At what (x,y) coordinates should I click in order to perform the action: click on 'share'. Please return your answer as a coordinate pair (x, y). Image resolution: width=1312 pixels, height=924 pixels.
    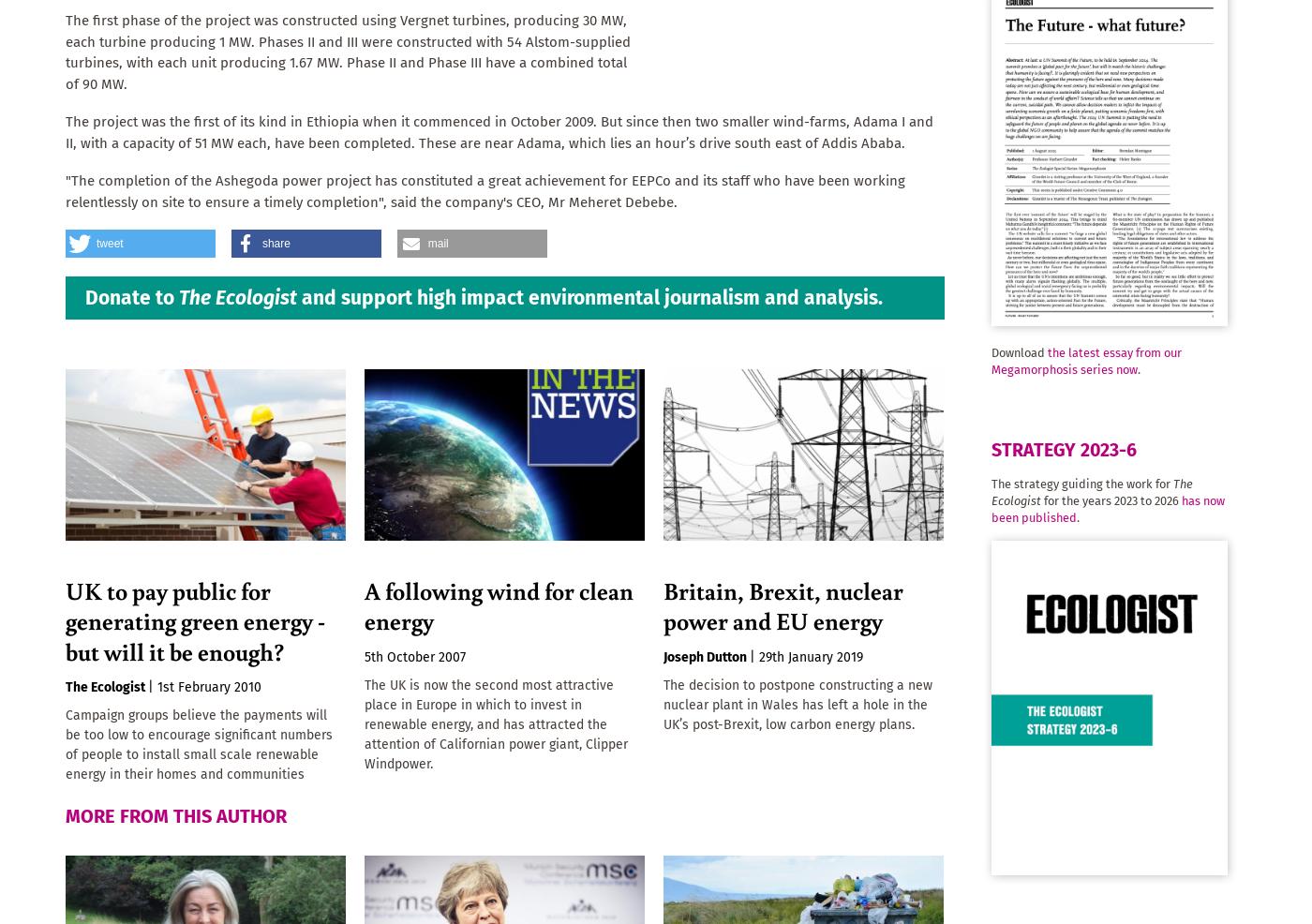
    Looking at the image, I should click on (276, 244).